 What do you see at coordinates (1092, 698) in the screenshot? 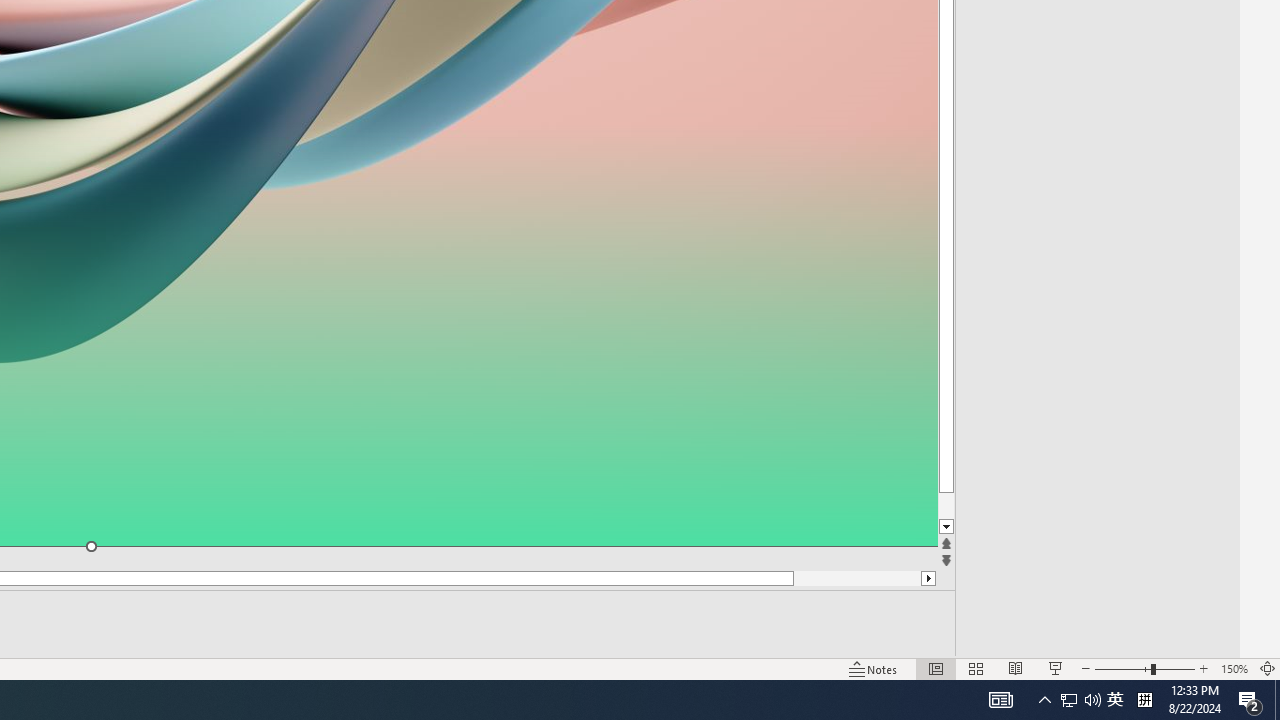
I see `'Q2790: 100%'` at bounding box center [1092, 698].